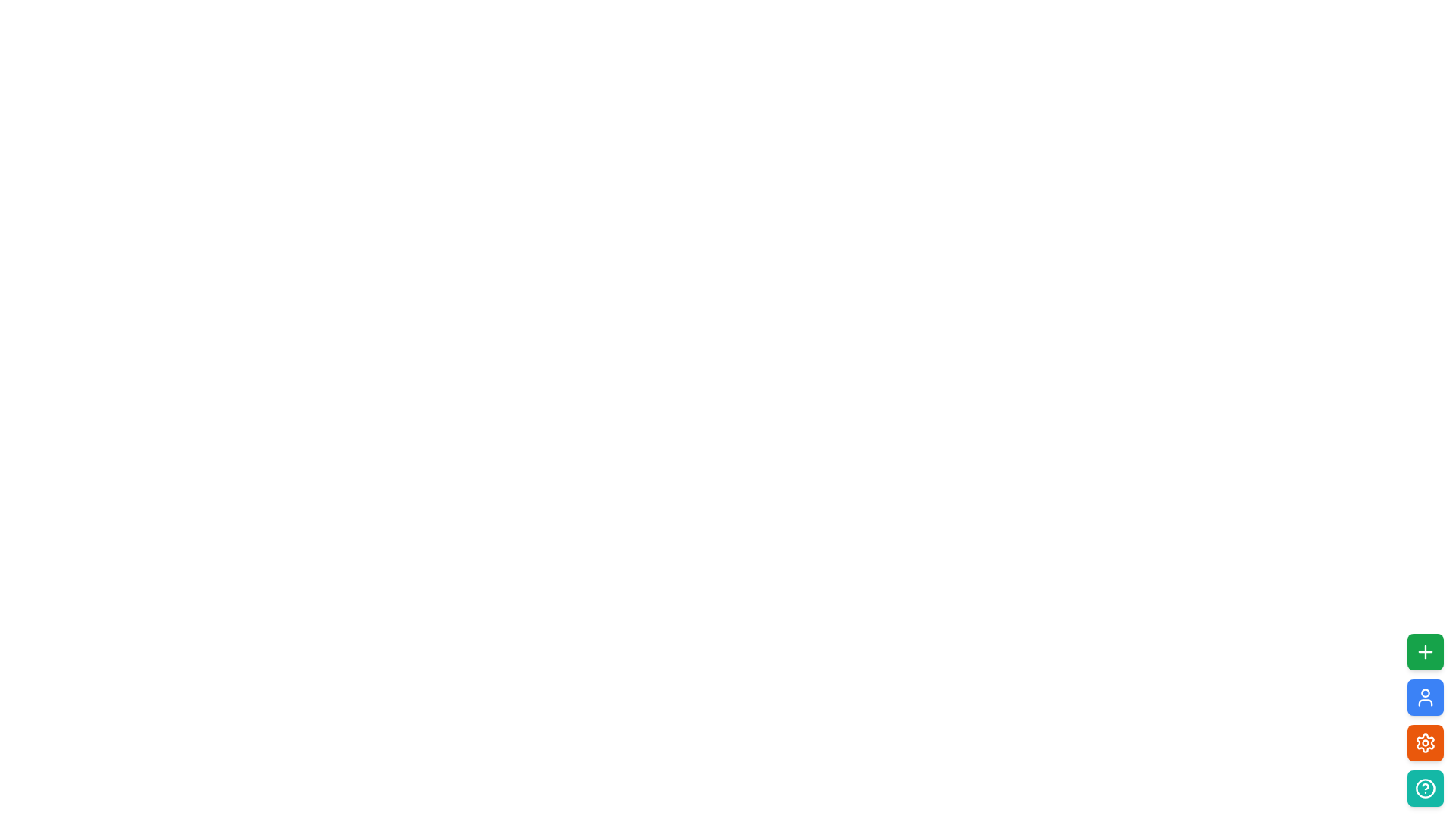 The height and width of the screenshot is (819, 1456). What do you see at coordinates (1425, 788) in the screenshot?
I see `the circular teal button with a white question mark inside, located beneath the orange Settings button` at bounding box center [1425, 788].